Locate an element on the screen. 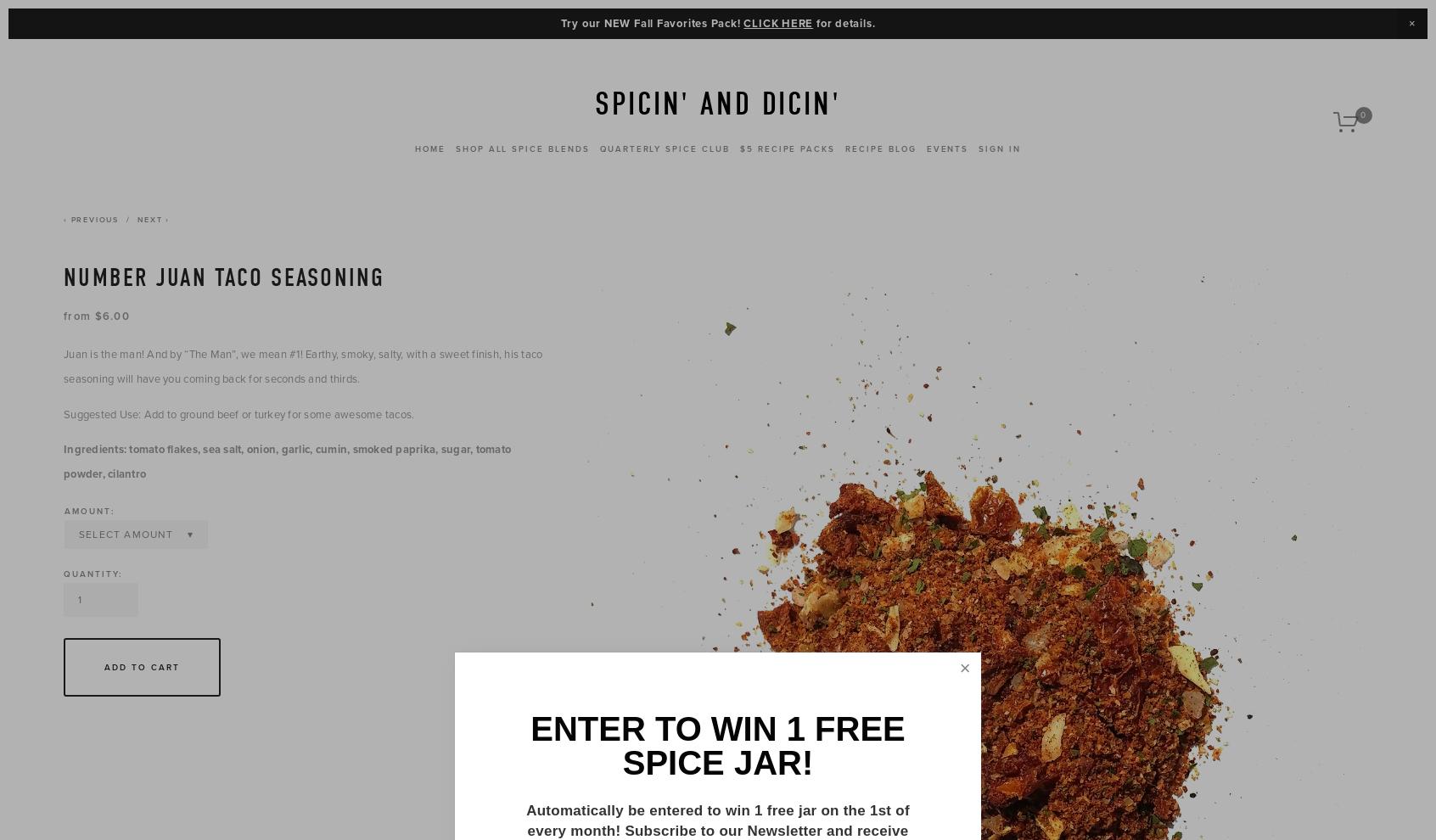  'Quantity:' is located at coordinates (93, 574).